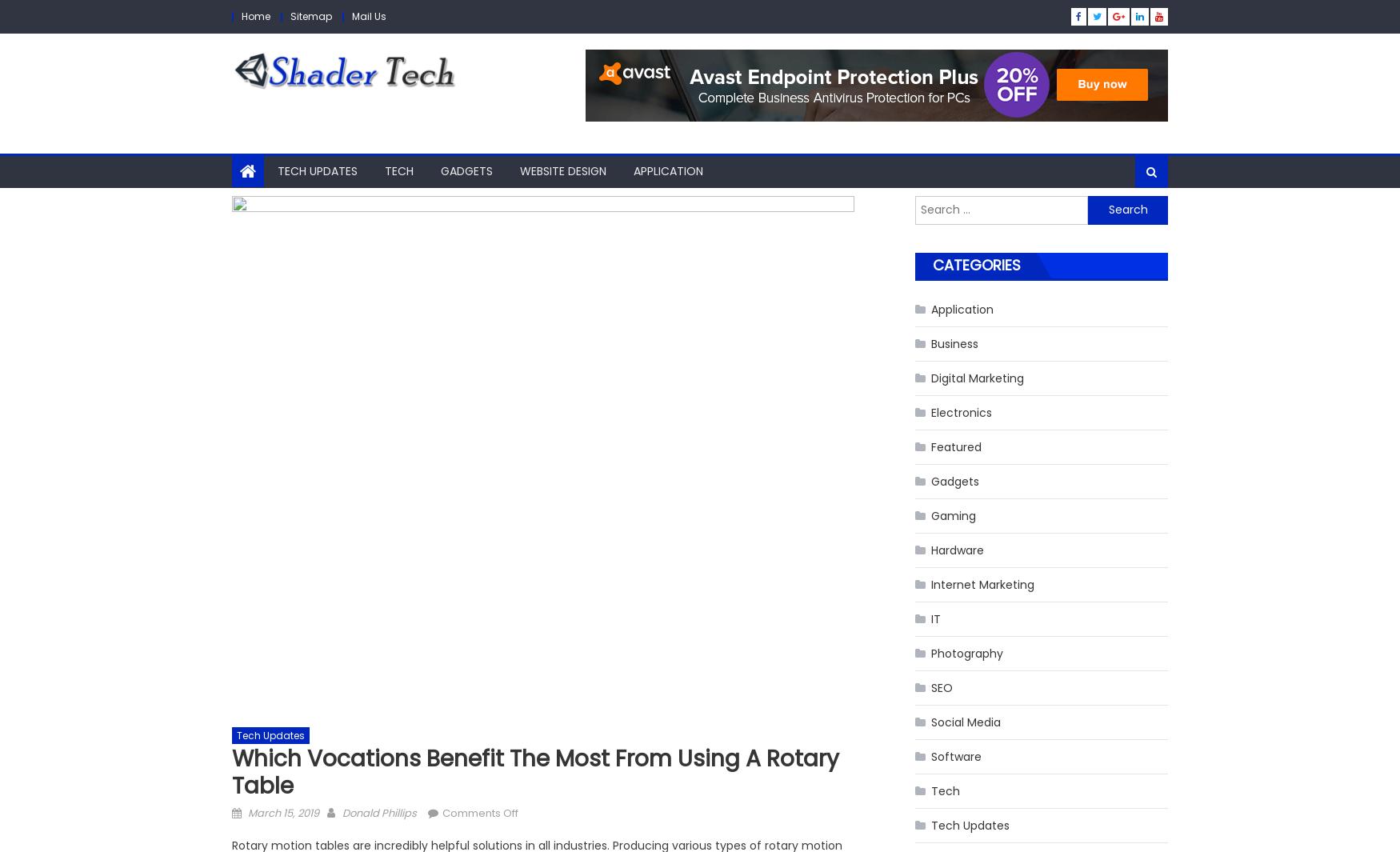 The image size is (1400, 852). What do you see at coordinates (953, 515) in the screenshot?
I see `'Gaming'` at bounding box center [953, 515].